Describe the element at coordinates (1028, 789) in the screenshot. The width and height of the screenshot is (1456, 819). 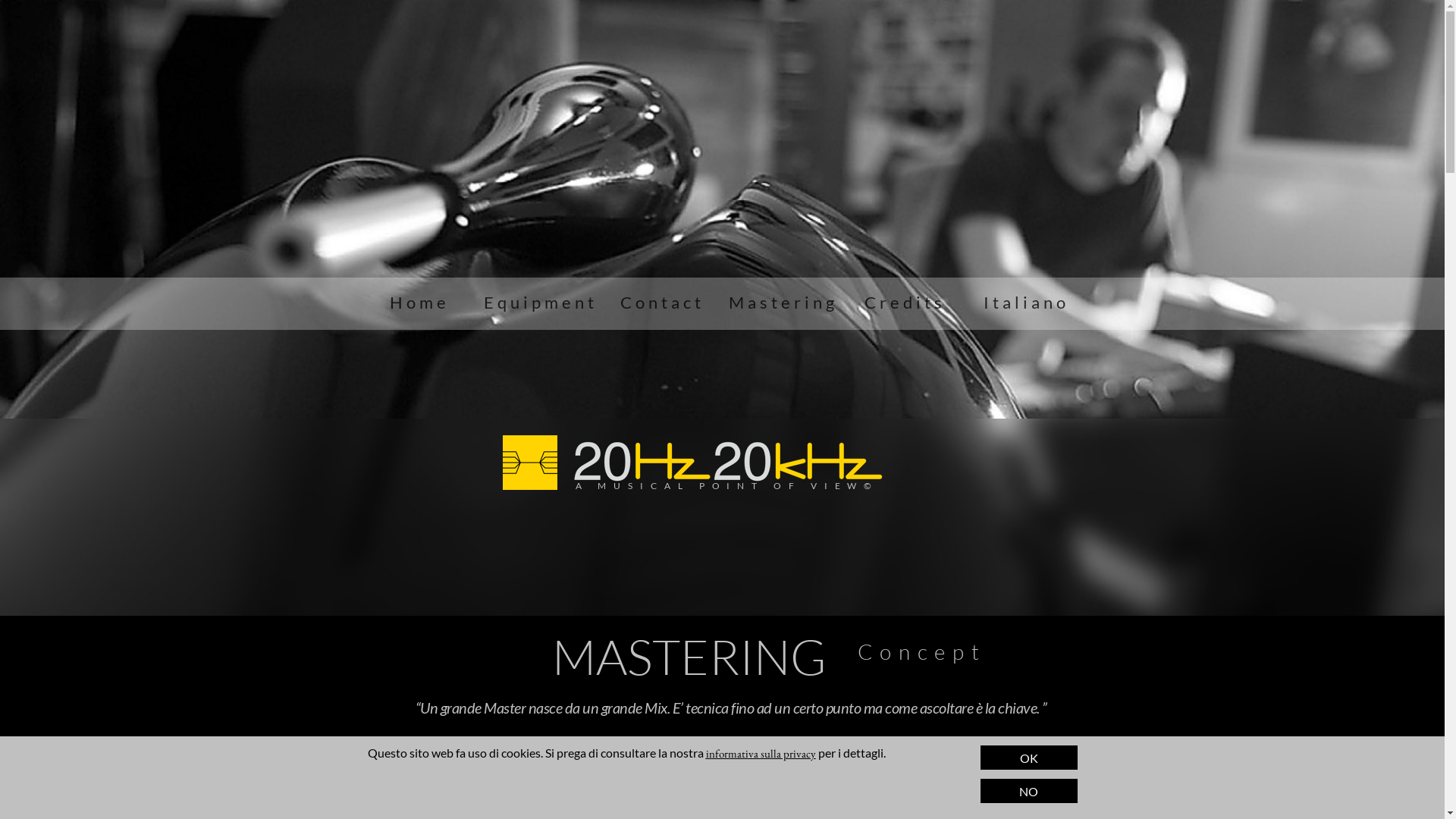
I see `'NO'` at that location.